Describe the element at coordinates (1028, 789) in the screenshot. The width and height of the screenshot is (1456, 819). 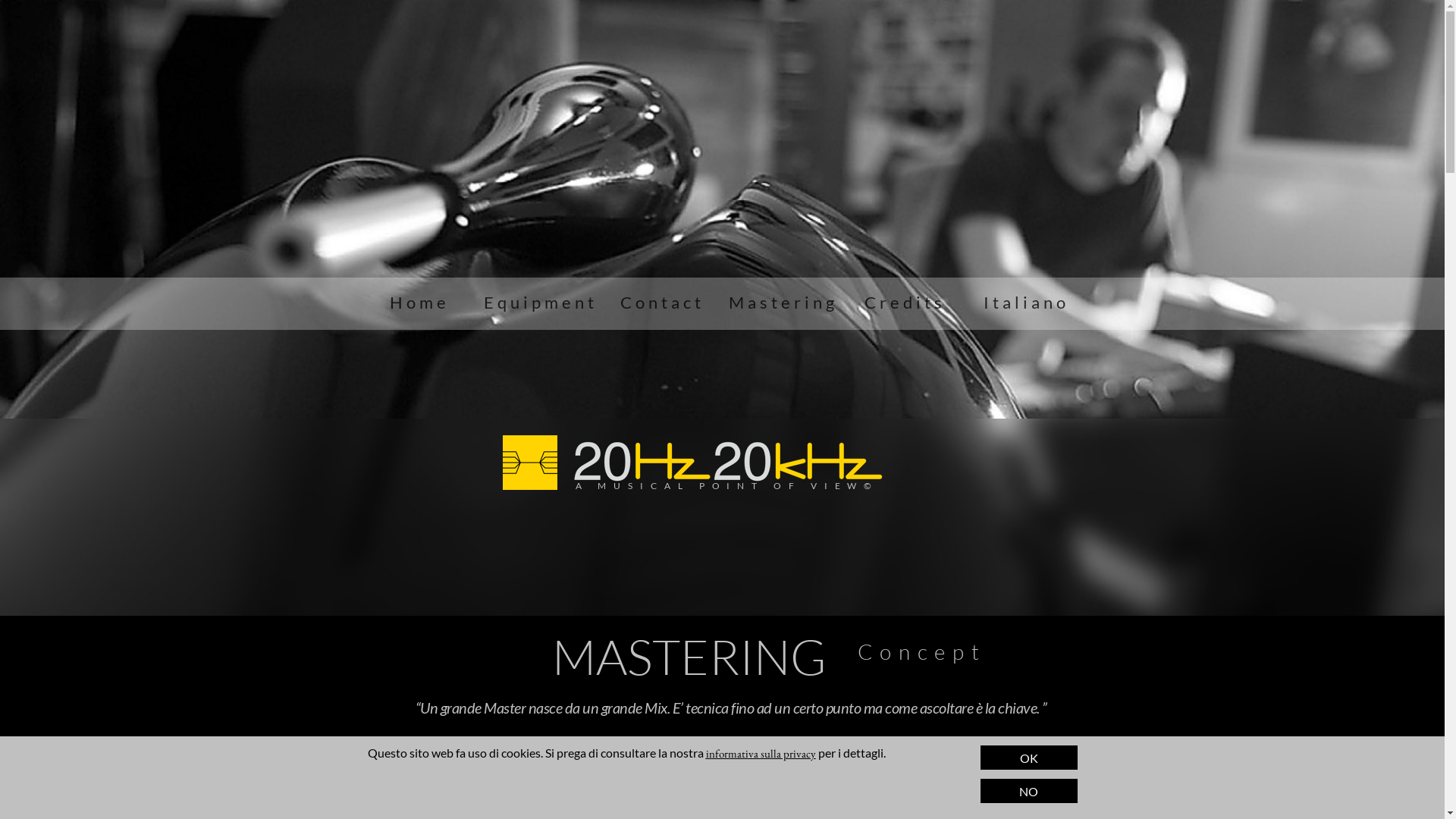
I see `'NO'` at that location.